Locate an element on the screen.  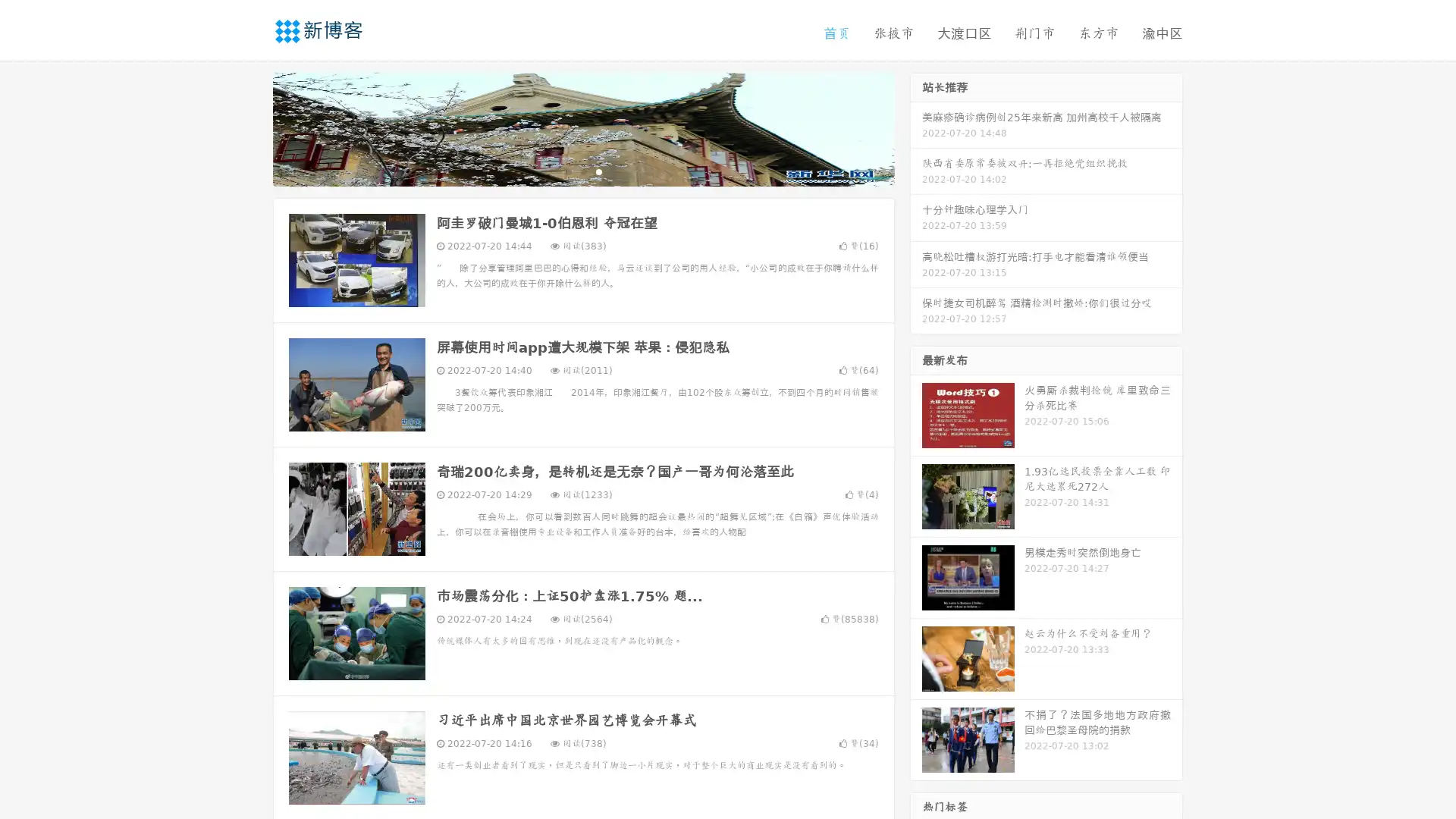
Go to slide 1 is located at coordinates (567, 171).